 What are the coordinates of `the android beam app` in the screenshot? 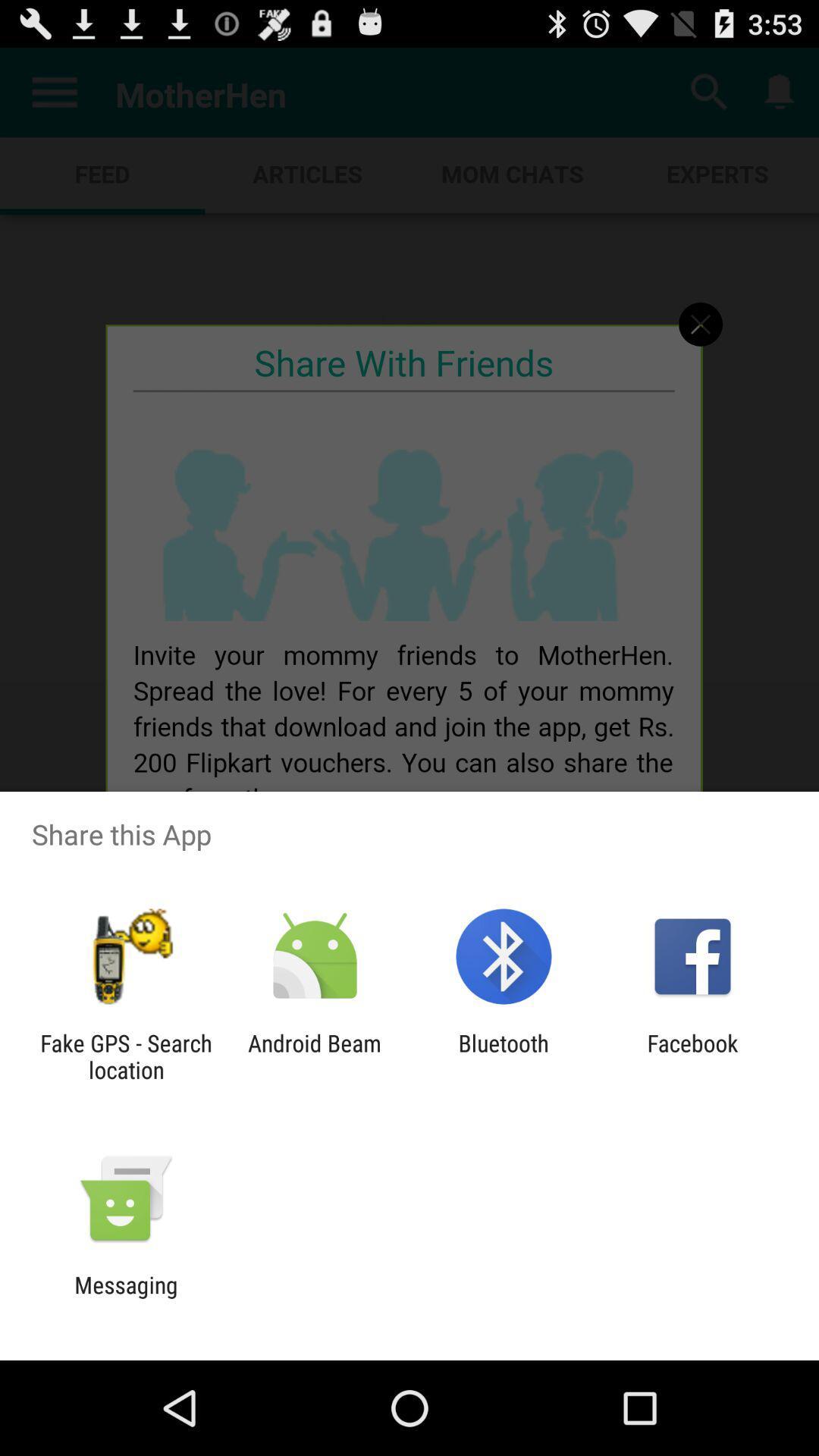 It's located at (314, 1056).